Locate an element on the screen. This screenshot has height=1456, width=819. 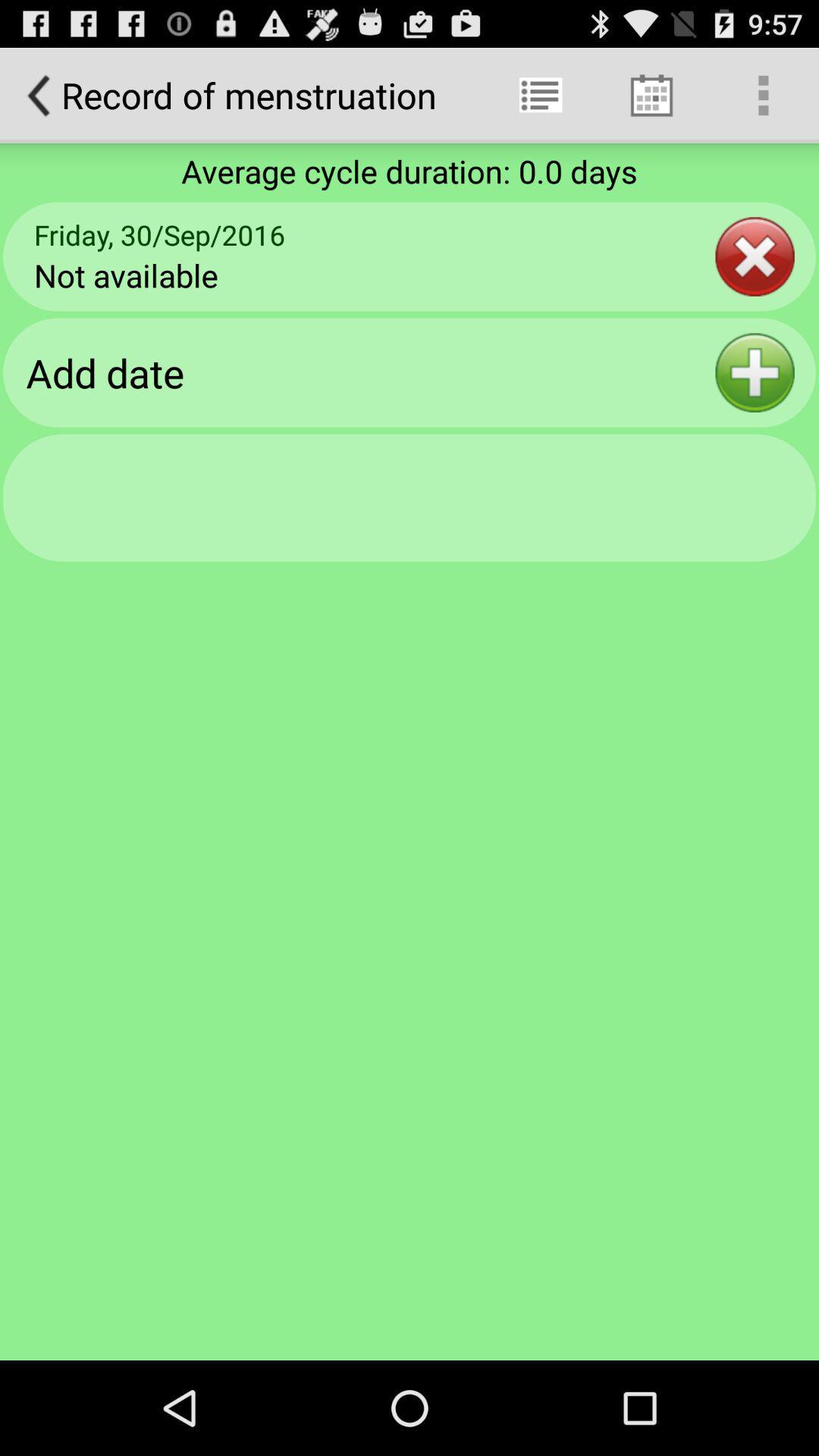
the close icon is located at coordinates (755, 275).